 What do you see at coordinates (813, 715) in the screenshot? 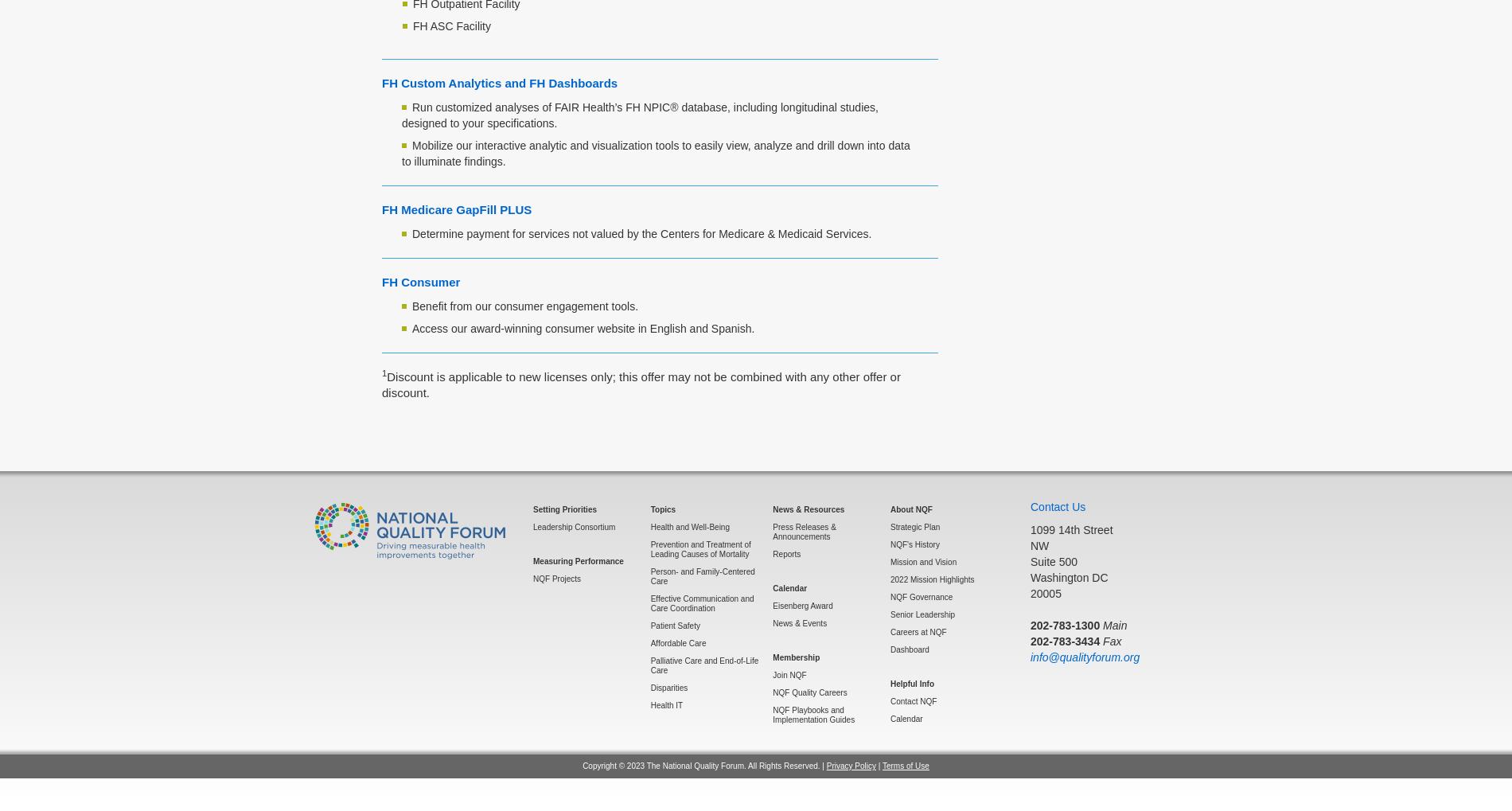
I see `'NQF Playbooks and Implementation Guides'` at bounding box center [813, 715].